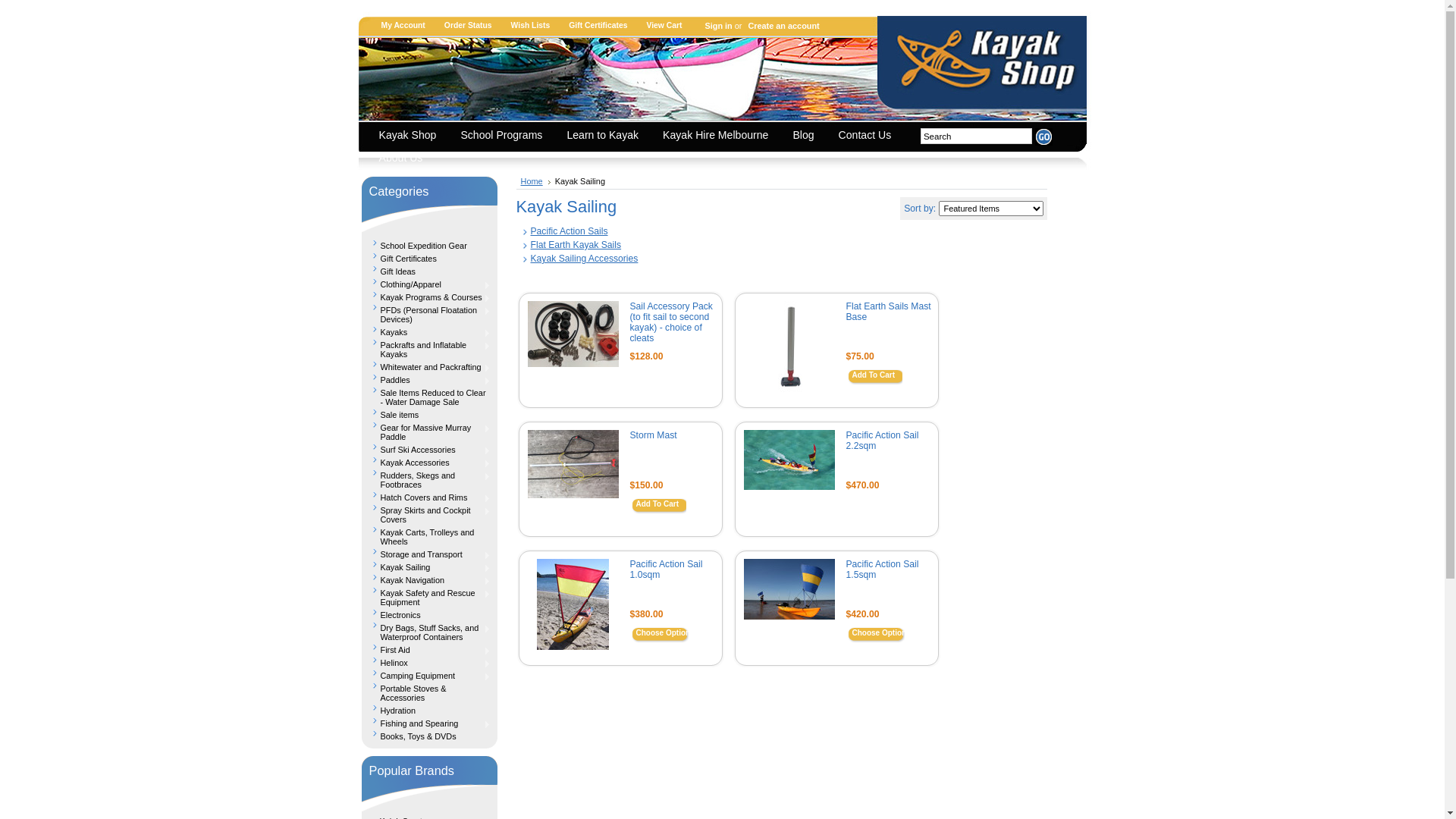 The image size is (1456, 819). Describe the element at coordinates (507, 25) in the screenshot. I see `'Wish Lists'` at that location.